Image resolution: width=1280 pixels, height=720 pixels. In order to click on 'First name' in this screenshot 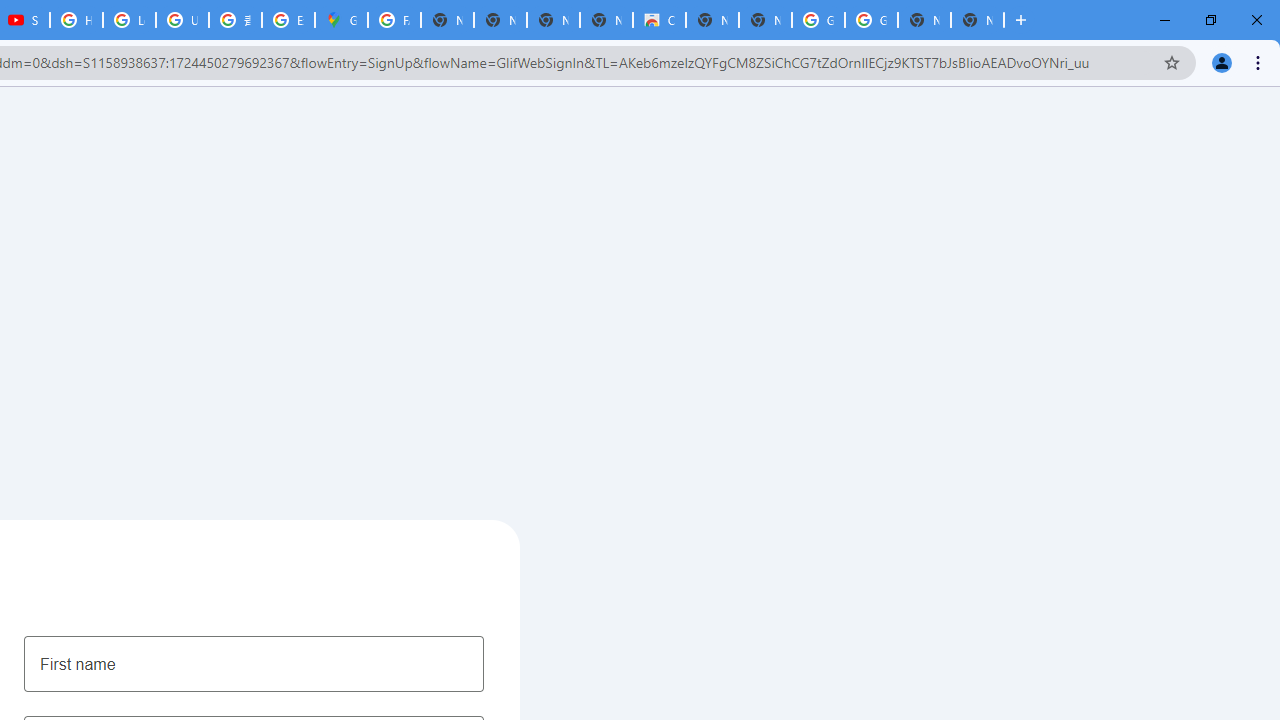, I will do `click(253, 663)`.